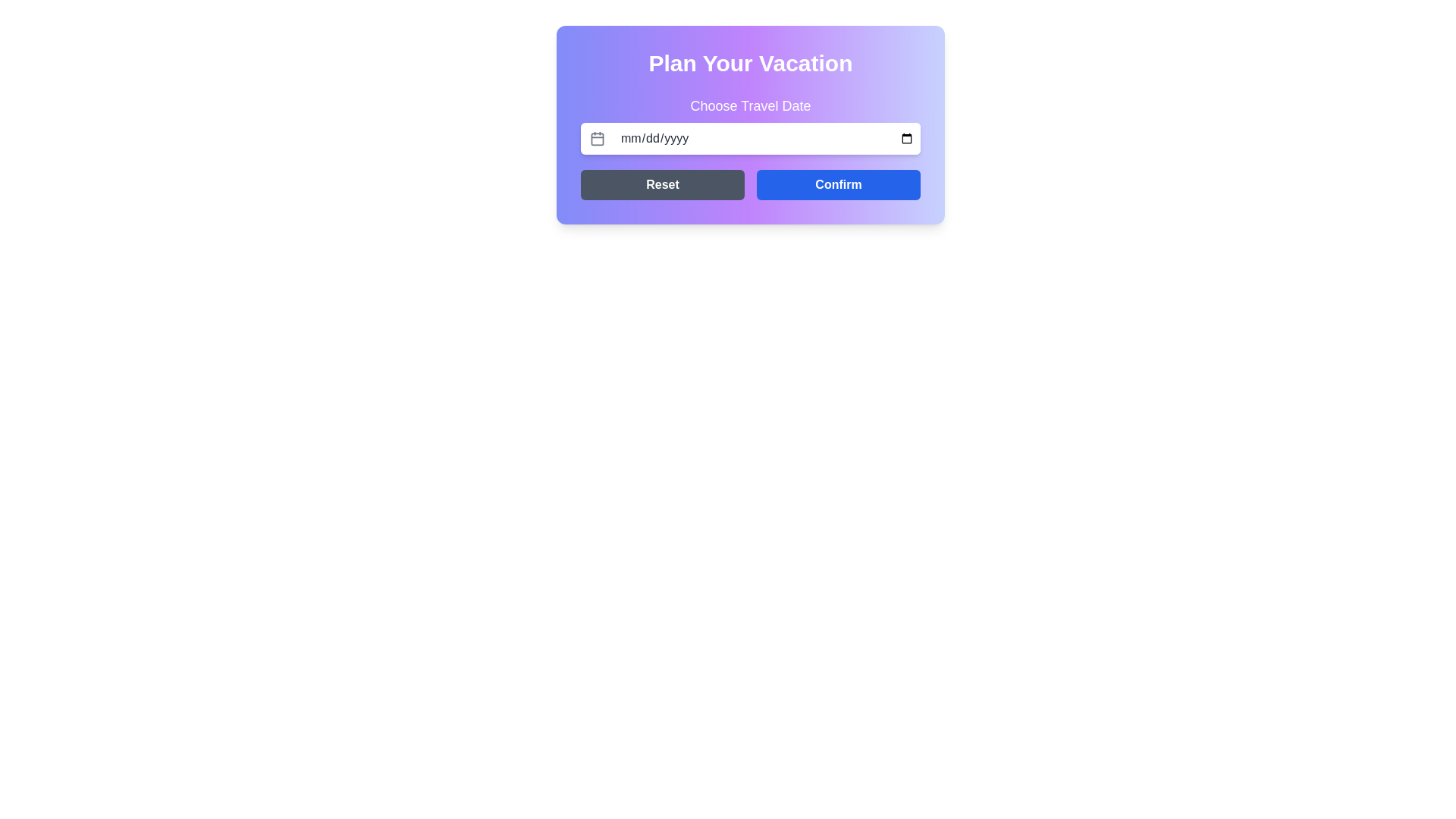 Image resolution: width=1456 pixels, height=819 pixels. I want to click on the Static Text Label displaying 'Choose Travel Date', which is located at the top of the travel date selection form, so click(750, 105).